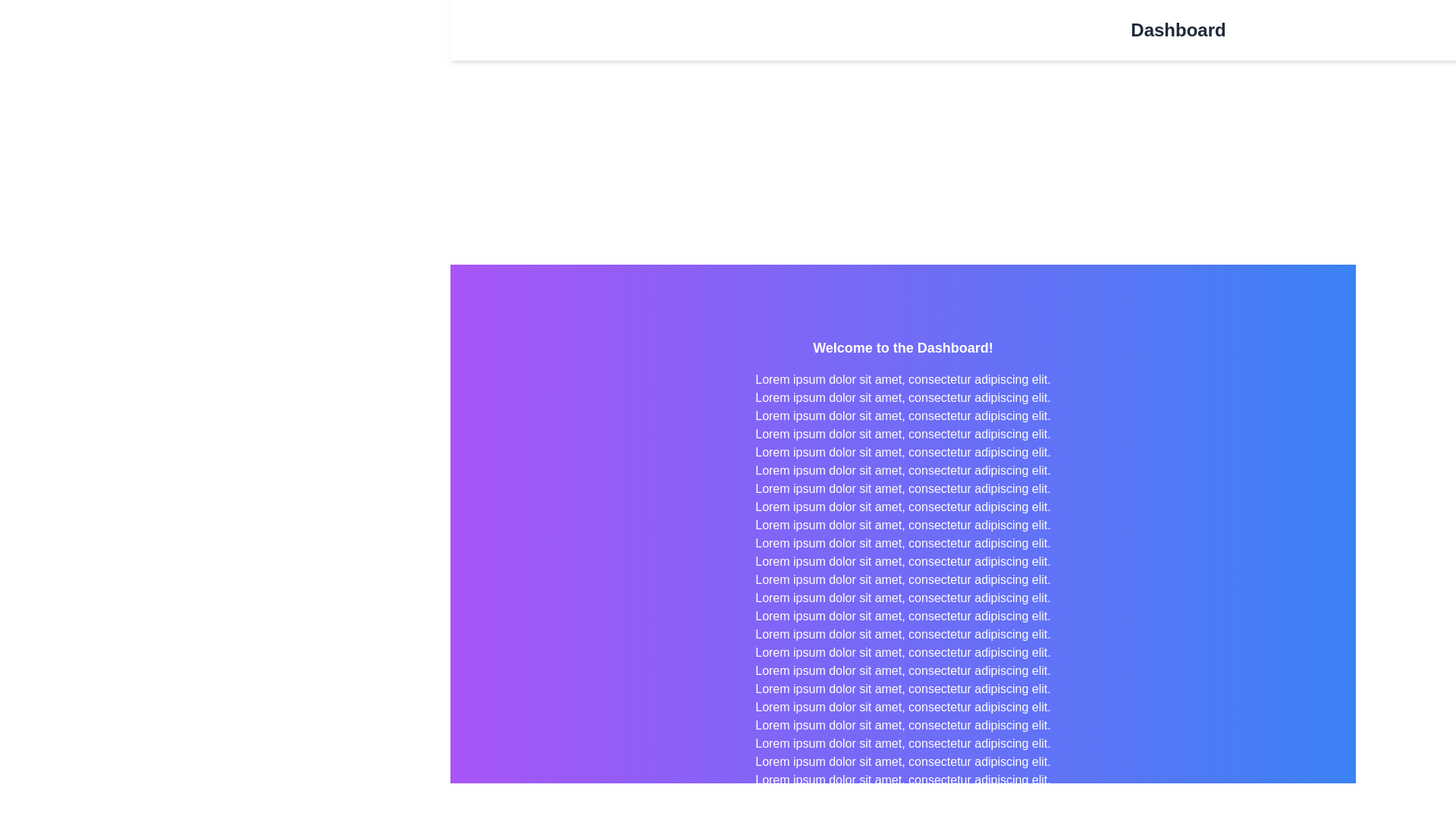 This screenshot has height=819, width=1456. What do you see at coordinates (902, 724) in the screenshot?
I see `the text element displaying 'Lorem ipsum dolor sit amet, consectetur adipiscing elit.' which is the 22nd item in a vertical list, located slightly below the vertical center of the page` at bounding box center [902, 724].